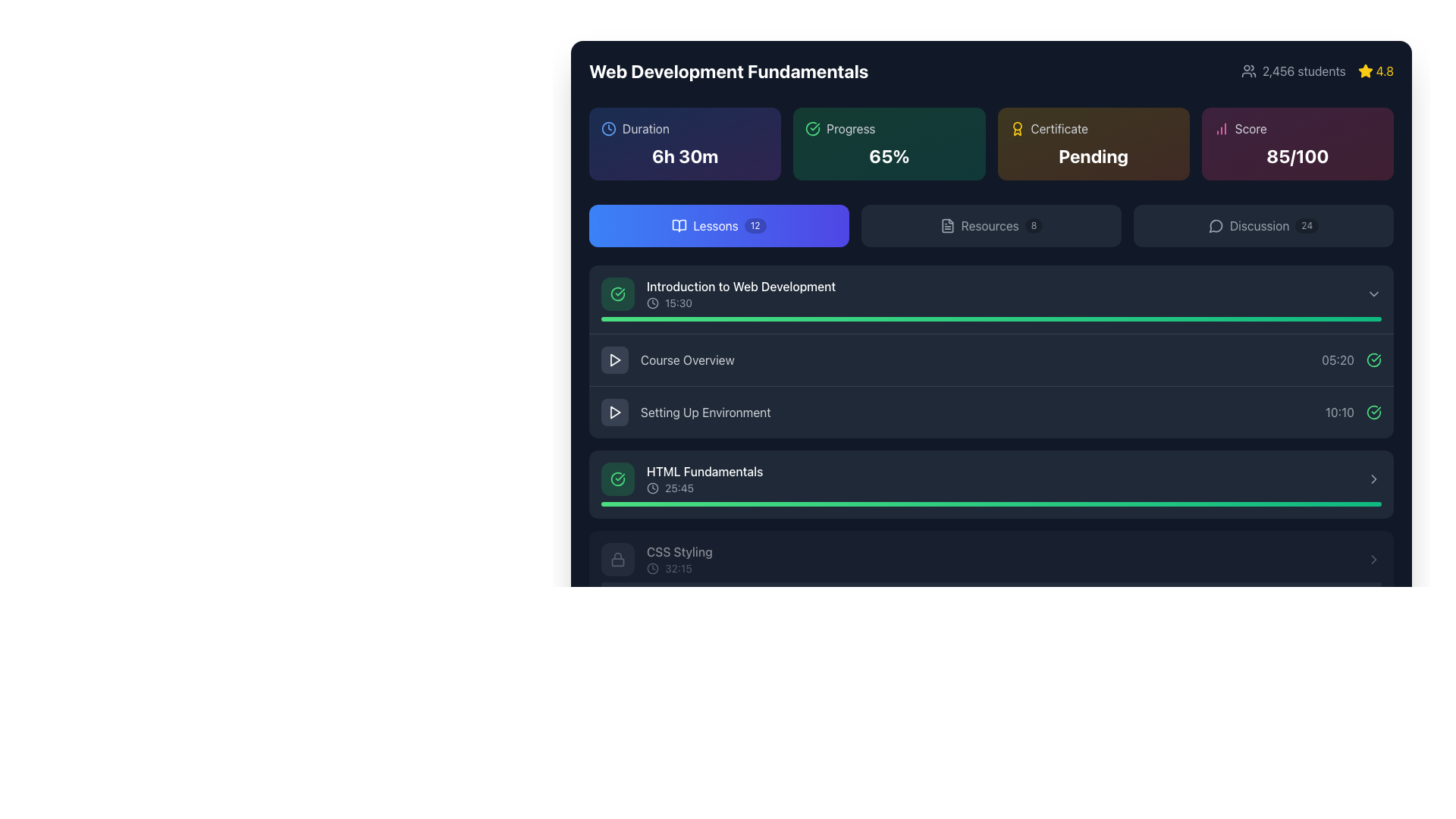  What do you see at coordinates (1297, 143) in the screenshot?
I see `the informational card displaying the score value and descriptive label located at the far-right position of the top row in the grid layout` at bounding box center [1297, 143].